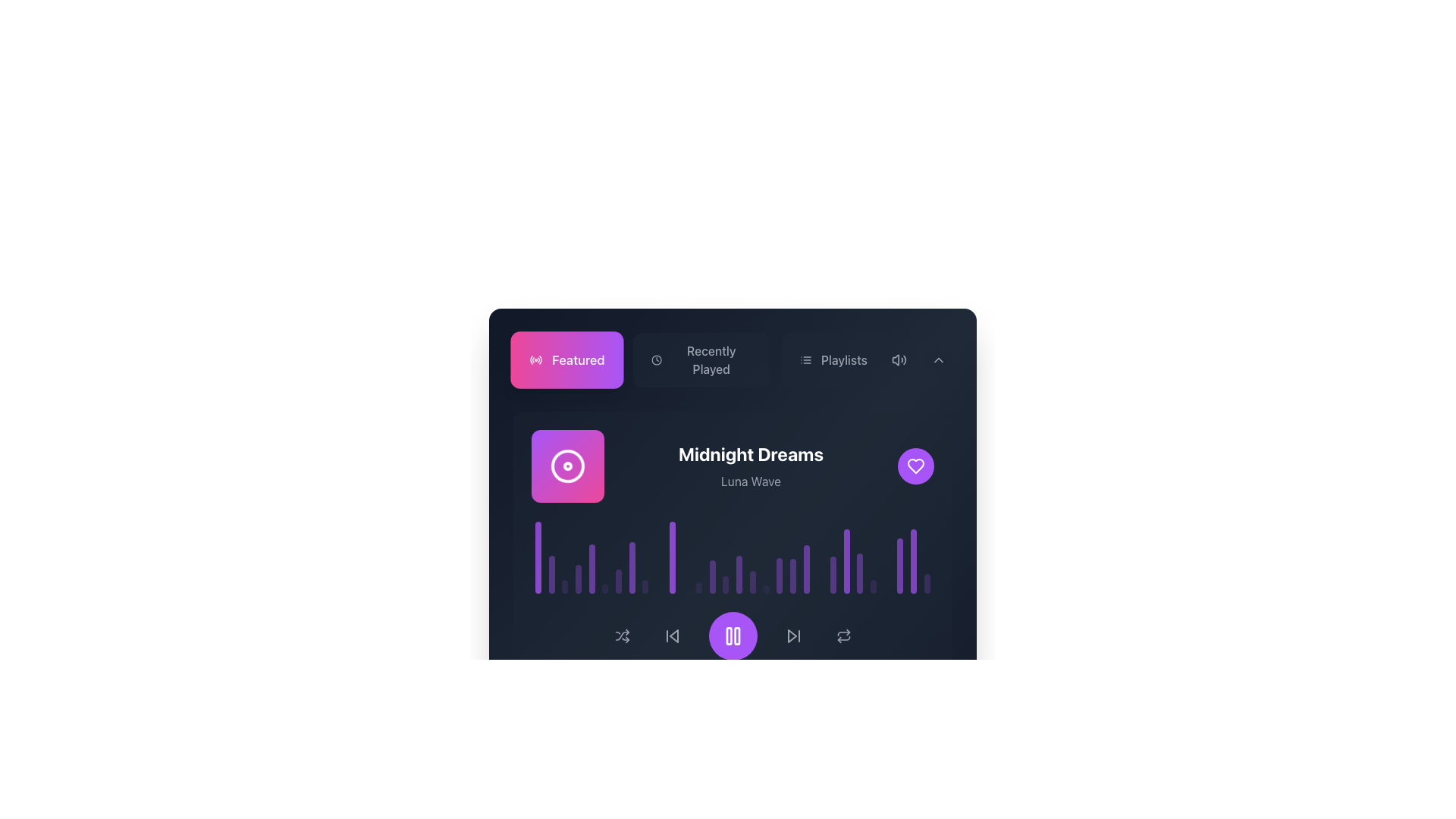  Describe the element at coordinates (733, 636) in the screenshot. I see `the circular purple button with a pause icon` at that location.